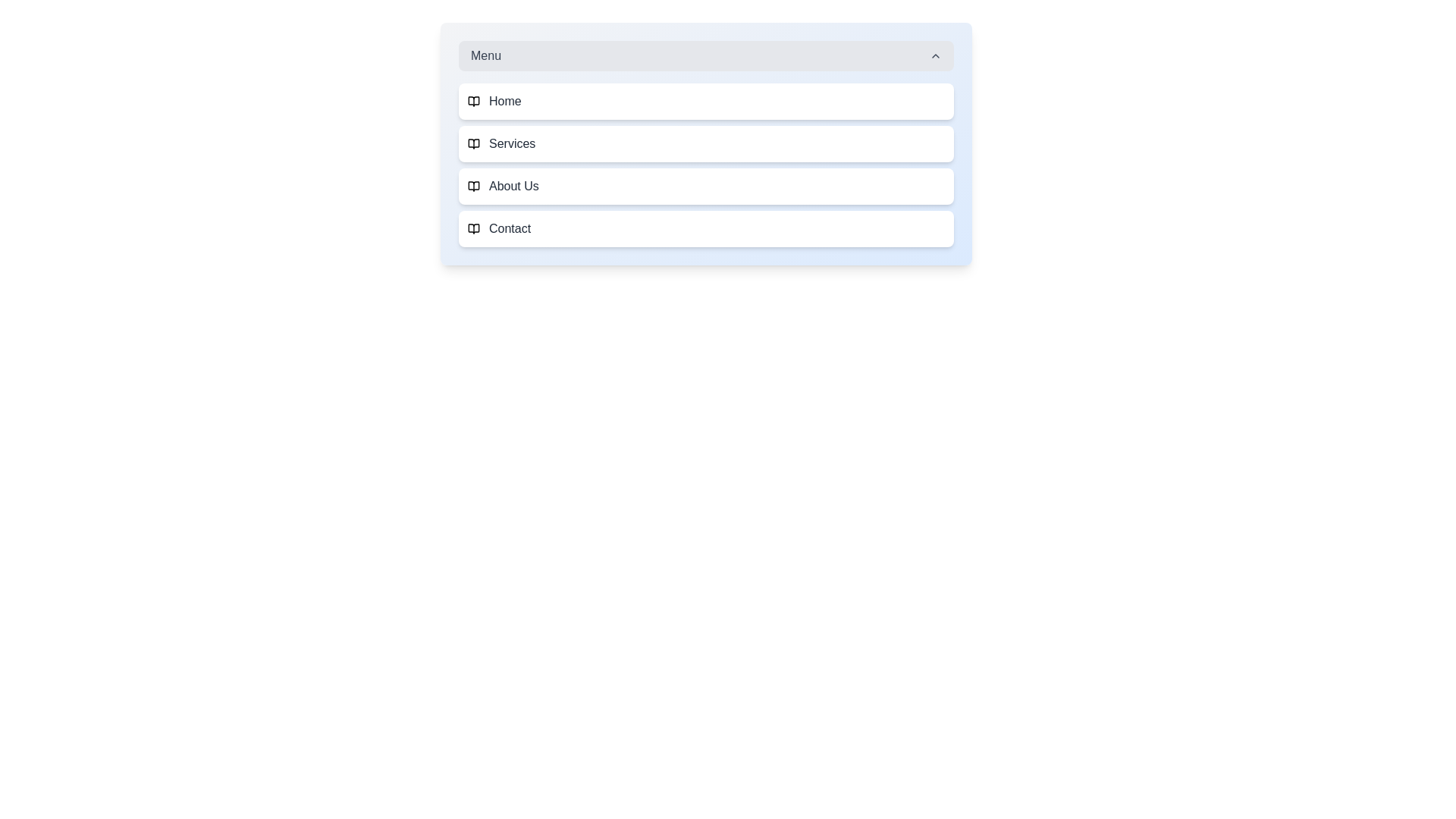 This screenshot has width=1456, height=819. Describe the element at coordinates (472, 143) in the screenshot. I see `the 'Services' icon` at that location.